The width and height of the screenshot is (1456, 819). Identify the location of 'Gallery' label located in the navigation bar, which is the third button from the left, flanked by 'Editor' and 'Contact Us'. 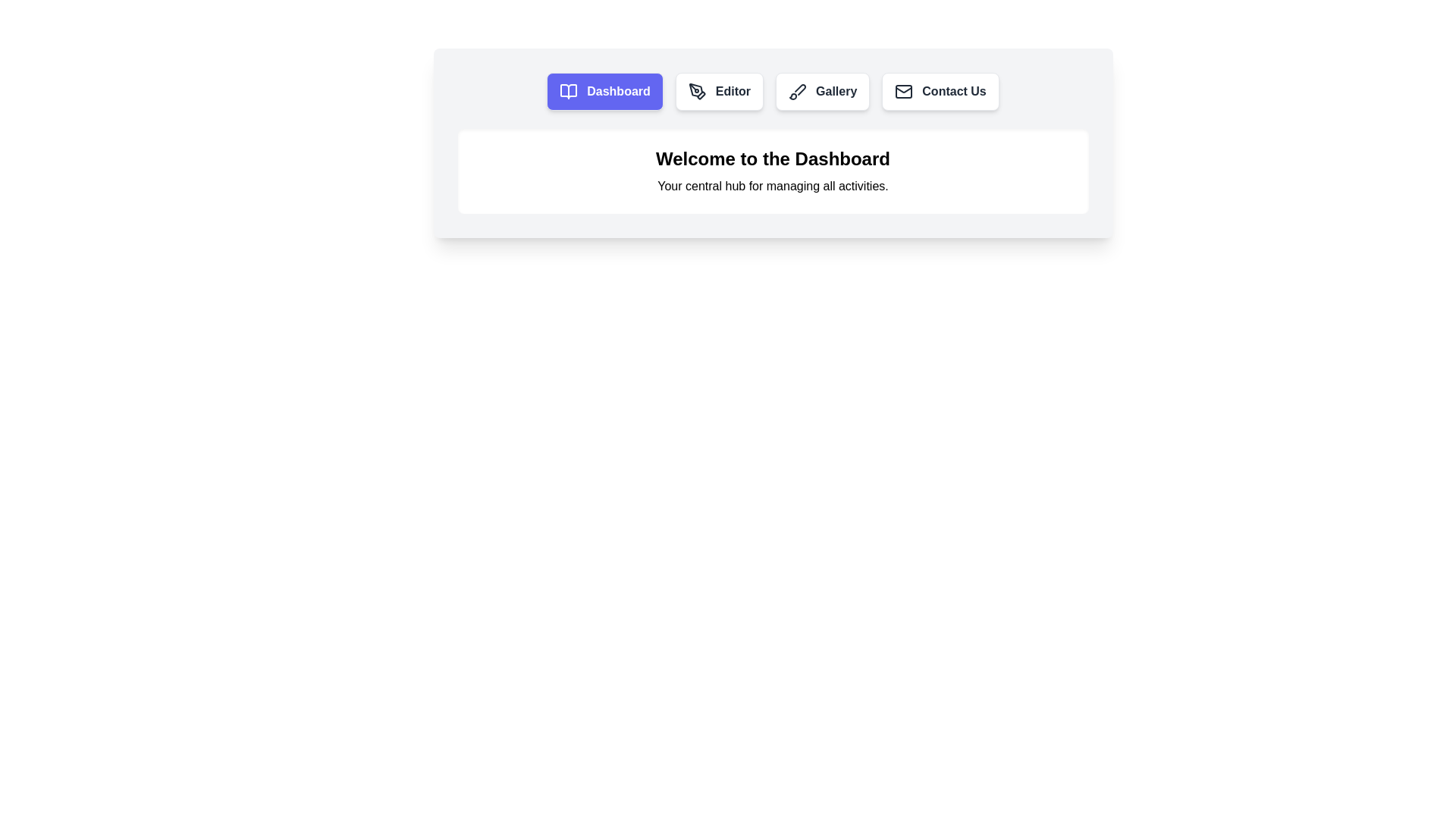
(836, 91).